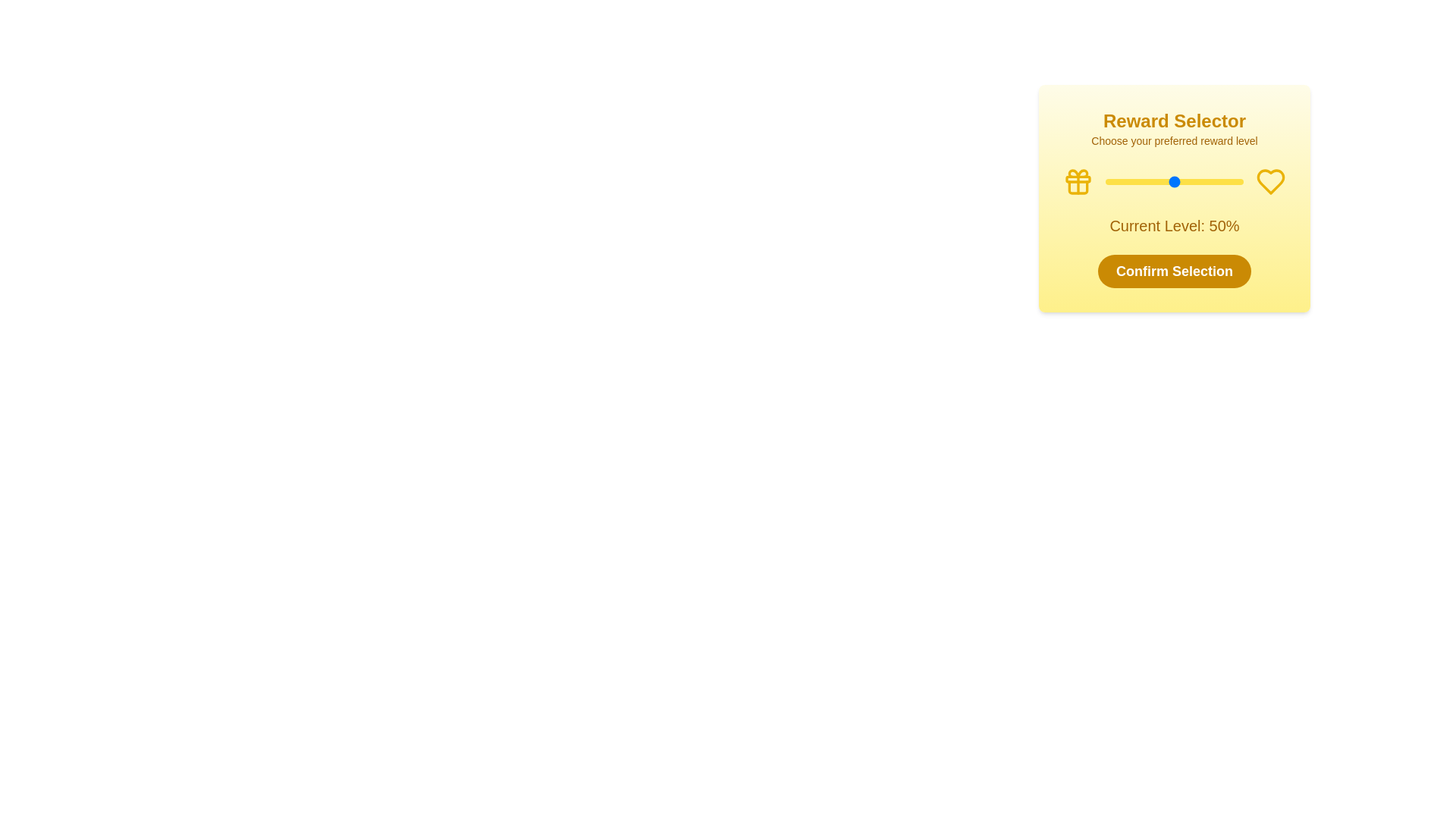  Describe the element at coordinates (1174, 180) in the screenshot. I see `the yellow range slider located in the 'Reward Selector' card, positioned below 'Choose your preferred reward level' and above 'Current Level: 50%'` at that location.